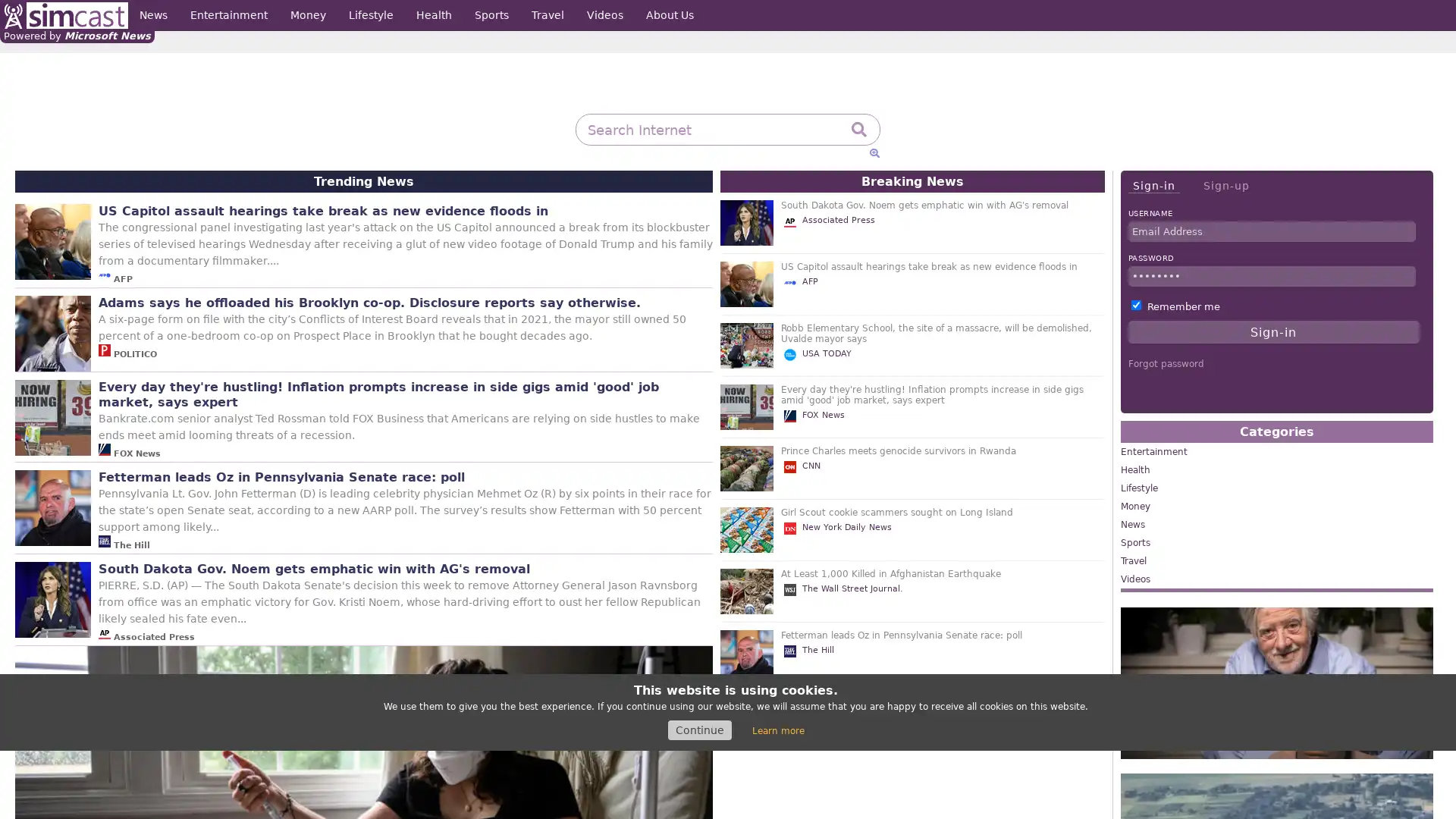  What do you see at coordinates (1273, 331) in the screenshot?
I see `Sign-in` at bounding box center [1273, 331].